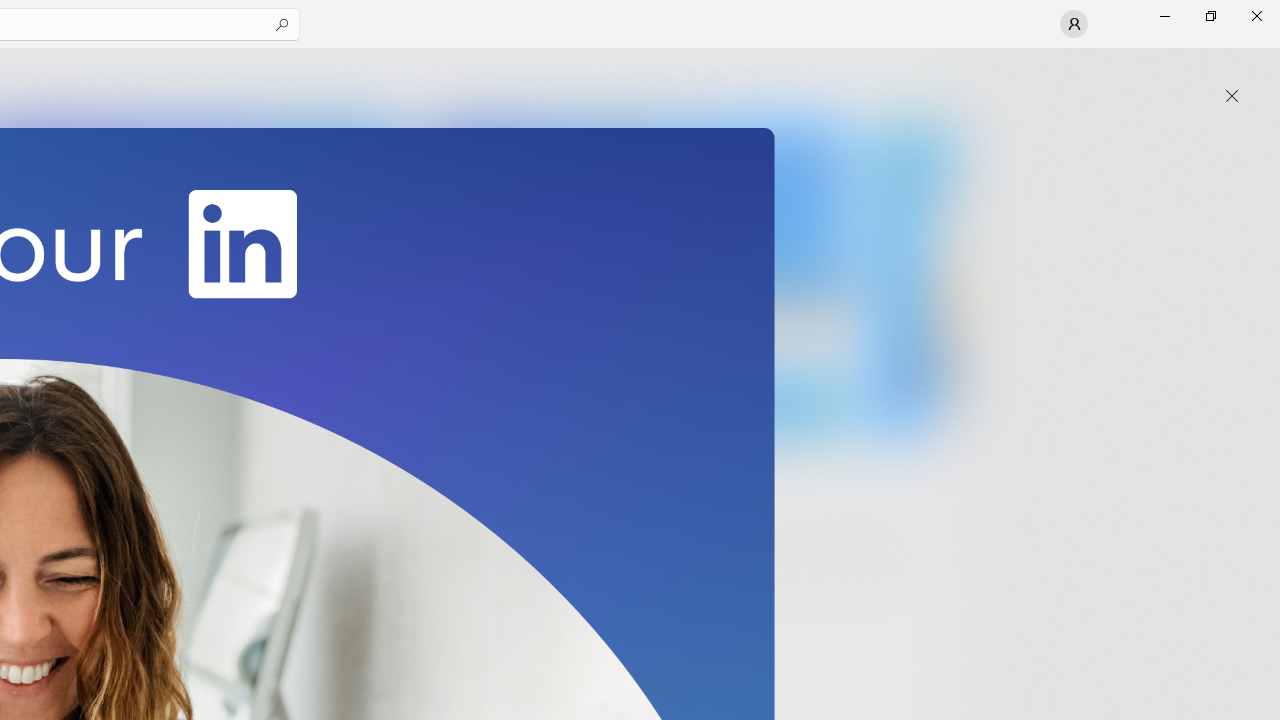 Image resolution: width=1280 pixels, height=720 pixels. Describe the element at coordinates (1231, 96) in the screenshot. I see `'close popup window'` at that location.